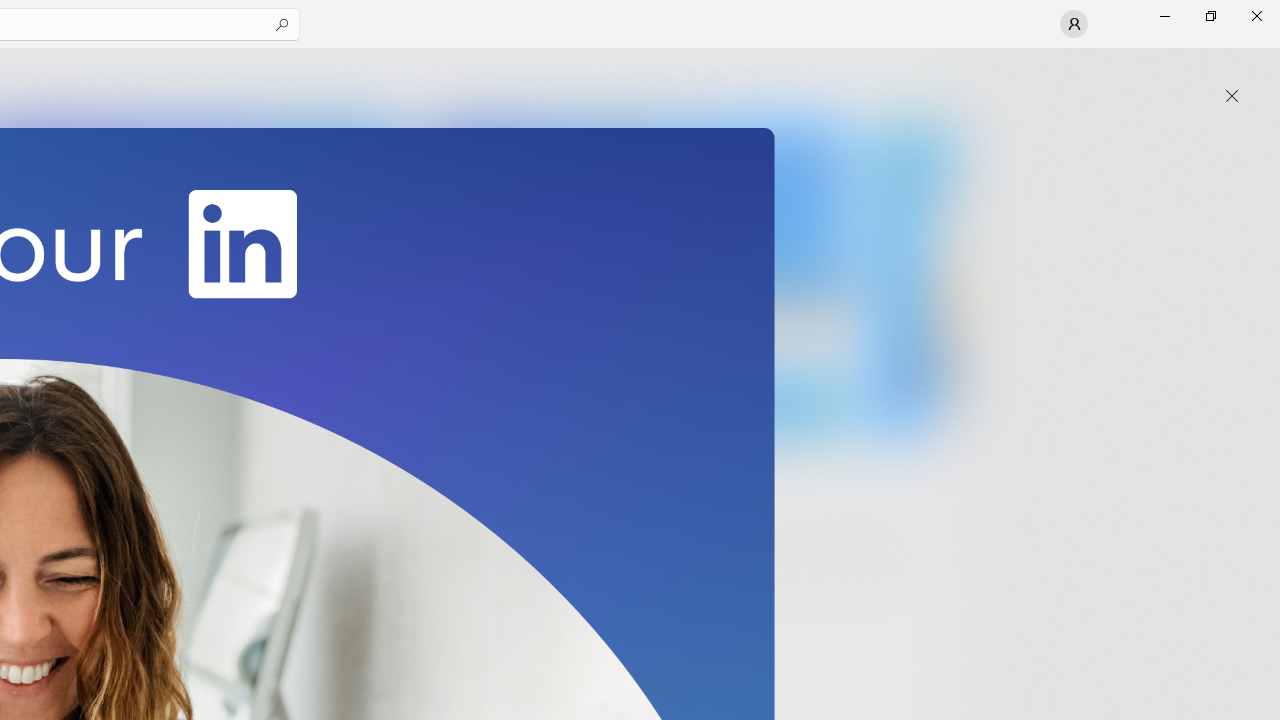 Image resolution: width=1280 pixels, height=720 pixels. Describe the element at coordinates (1231, 96) in the screenshot. I see `'close popup window'` at that location.